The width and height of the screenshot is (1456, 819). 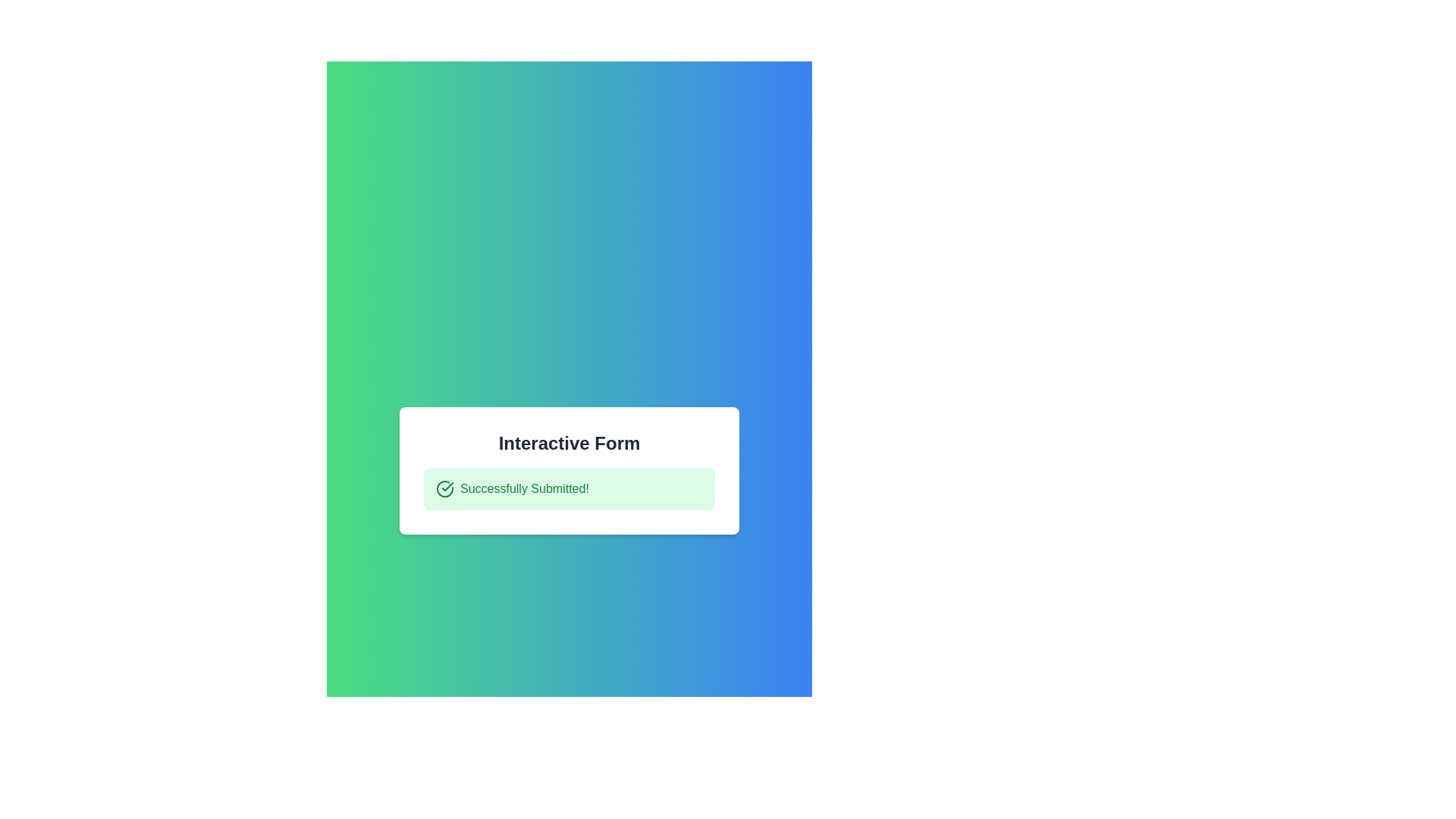 What do you see at coordinates (447, 486) in the screenshot?
I see `the SVG checkmark graphic located near the upper-left corner of the 'Interactive Form' box` at bounding box center [447, 486].